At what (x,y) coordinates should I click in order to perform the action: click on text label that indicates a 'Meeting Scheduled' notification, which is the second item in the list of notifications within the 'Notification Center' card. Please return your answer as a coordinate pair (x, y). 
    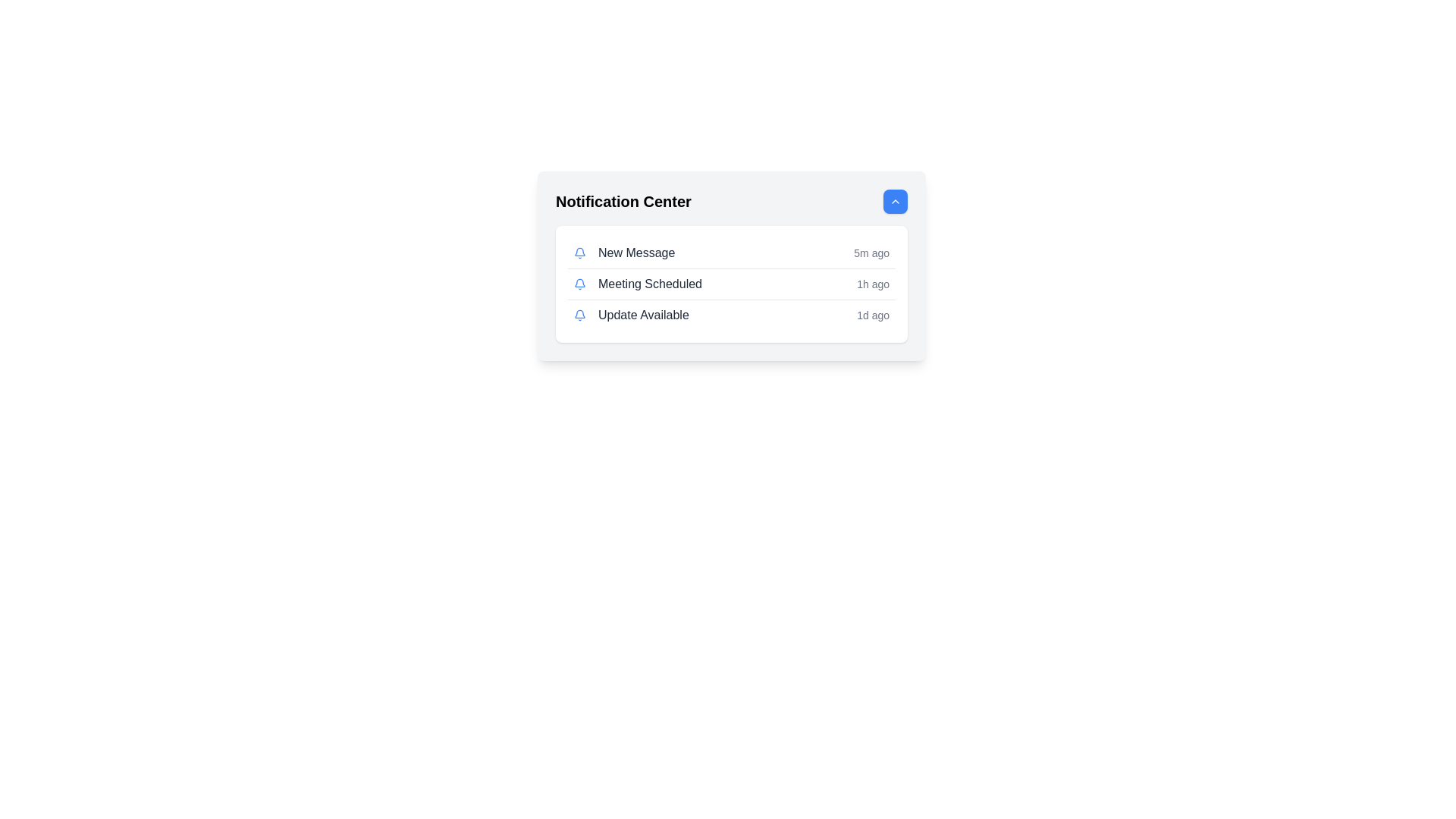
    Looking at the image, I should click on (650, 284).